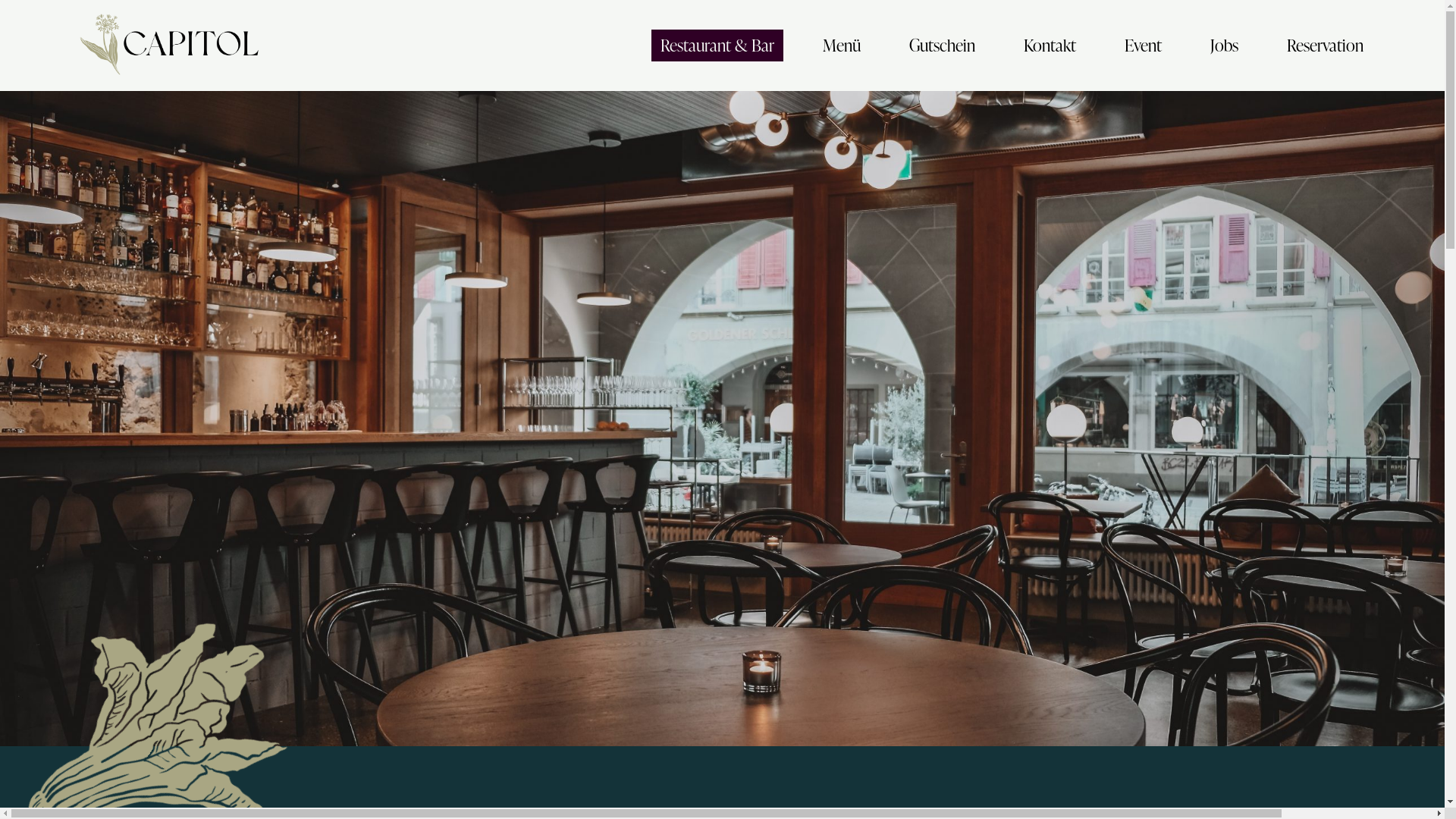  I want to click on 'Jobs', so click(1200, 45).